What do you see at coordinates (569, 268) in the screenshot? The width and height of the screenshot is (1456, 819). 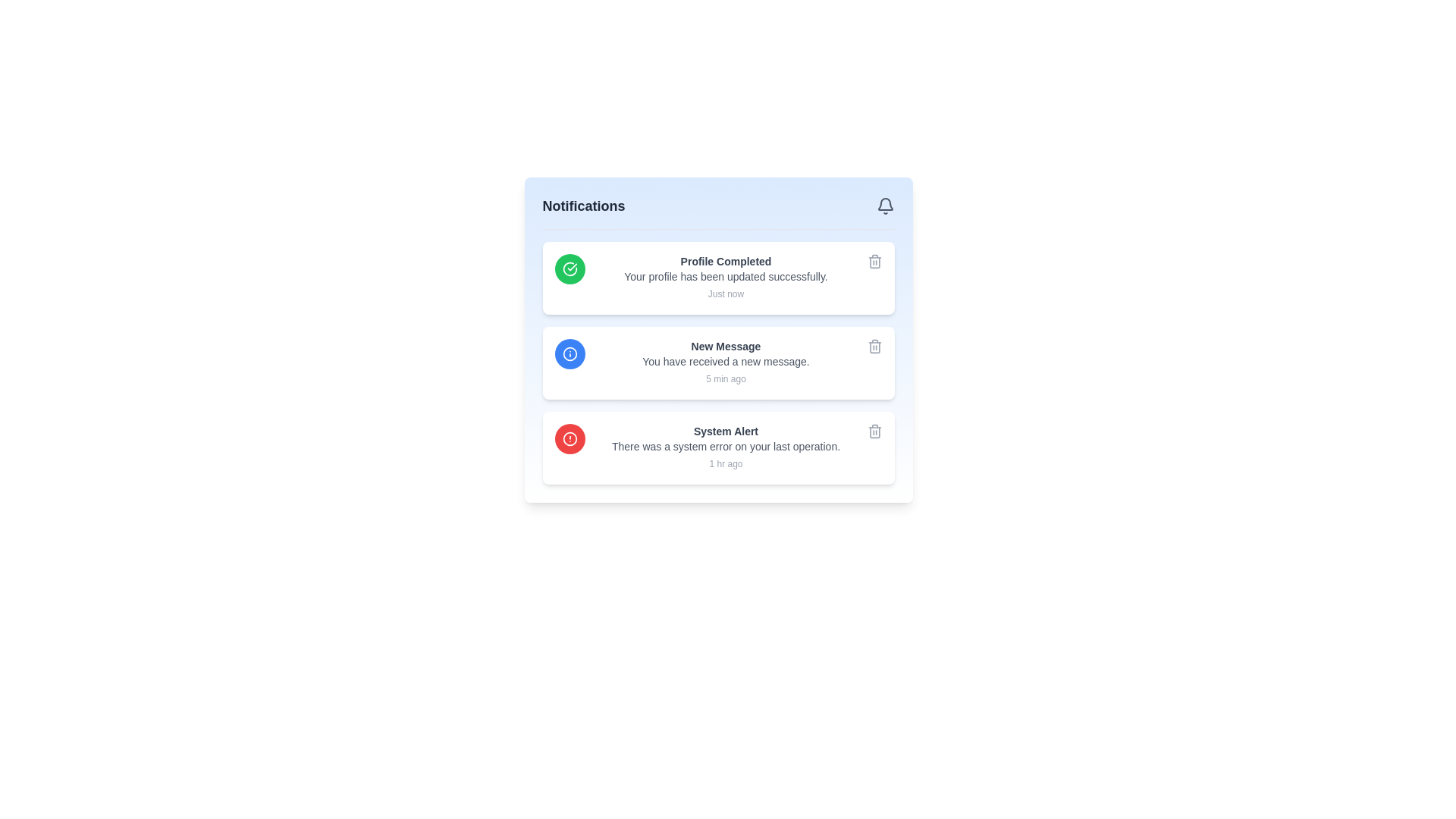 I see `the success icon element indicating 'Profile Completed' in the notification card` at bounding box center [569, 268].